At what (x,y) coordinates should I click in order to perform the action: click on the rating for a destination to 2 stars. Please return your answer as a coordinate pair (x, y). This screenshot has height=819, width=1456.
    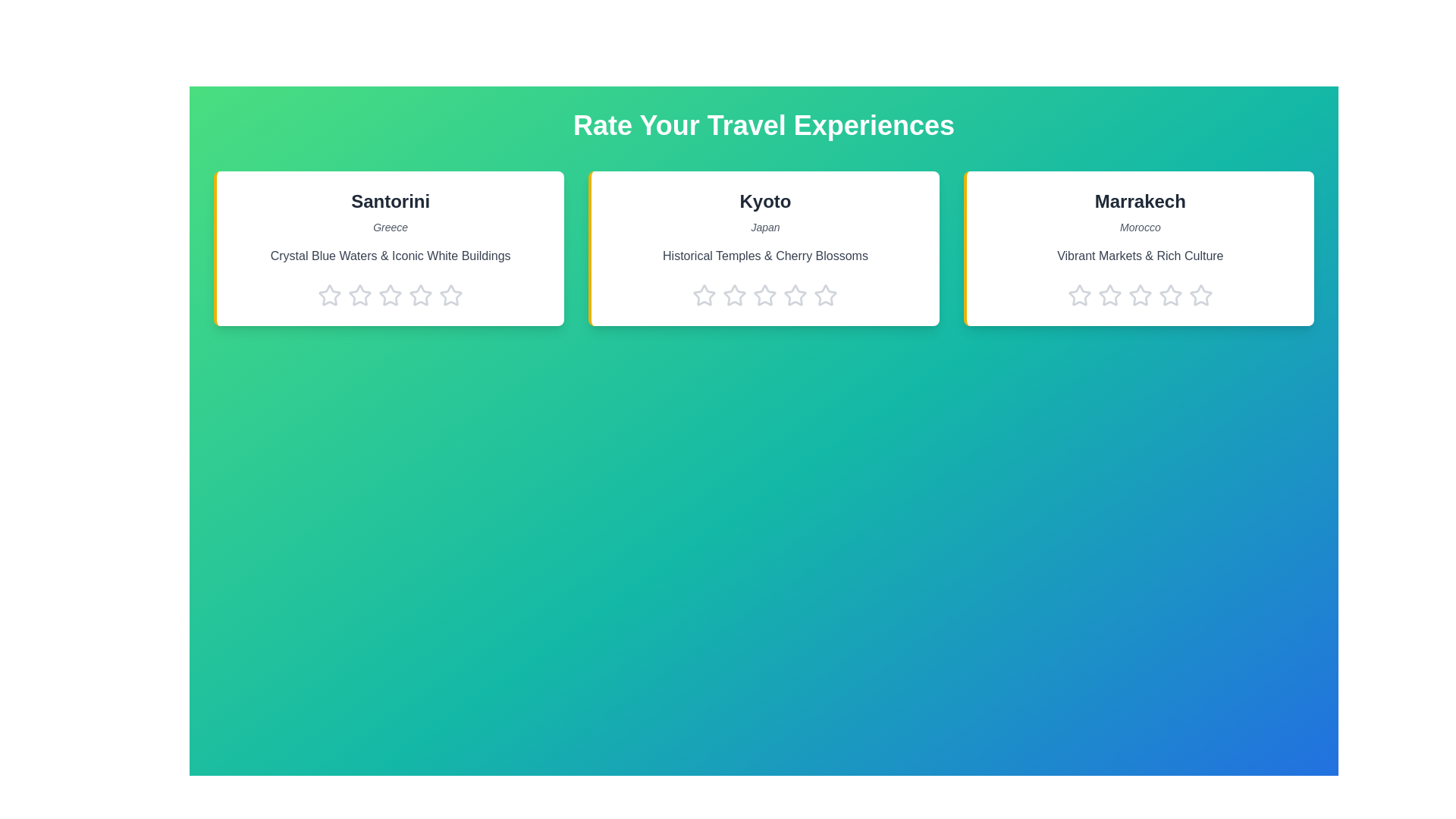
    Looking at the image, I should click on (359, 295).